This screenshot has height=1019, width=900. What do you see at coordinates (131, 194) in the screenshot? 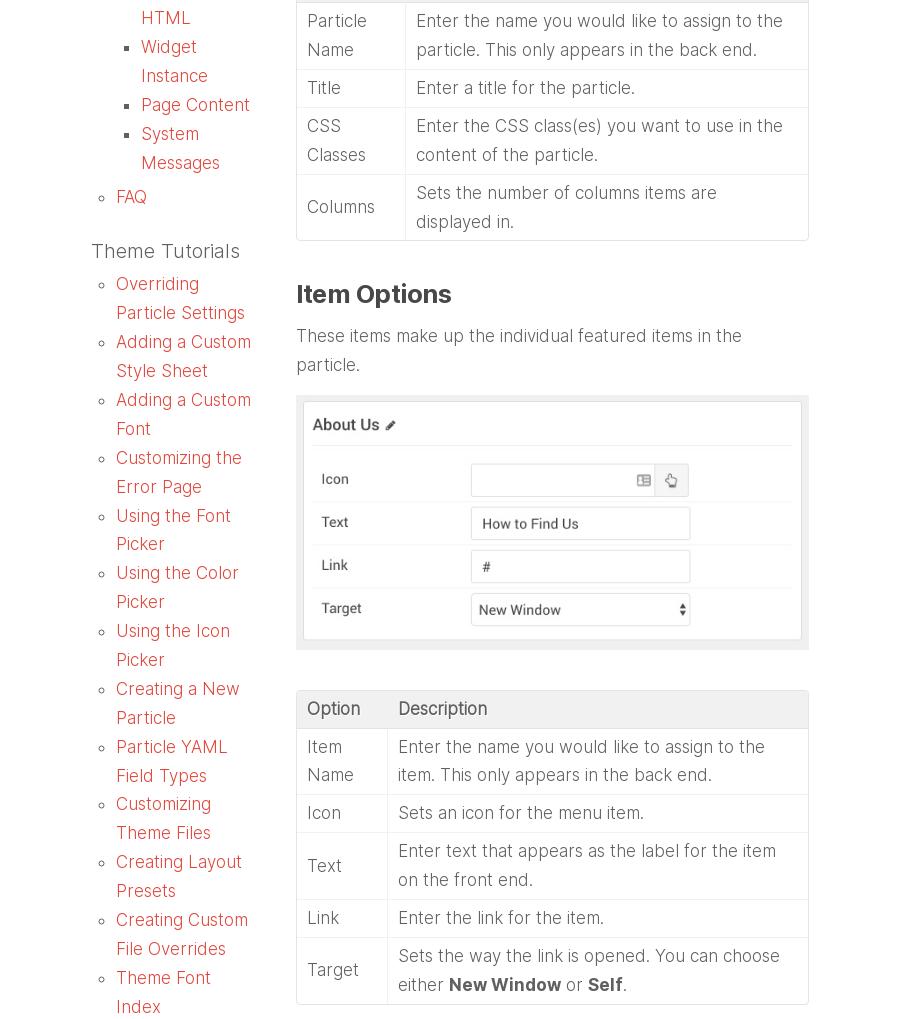
I see `'FAQ'` at bounding box center [131, 194].